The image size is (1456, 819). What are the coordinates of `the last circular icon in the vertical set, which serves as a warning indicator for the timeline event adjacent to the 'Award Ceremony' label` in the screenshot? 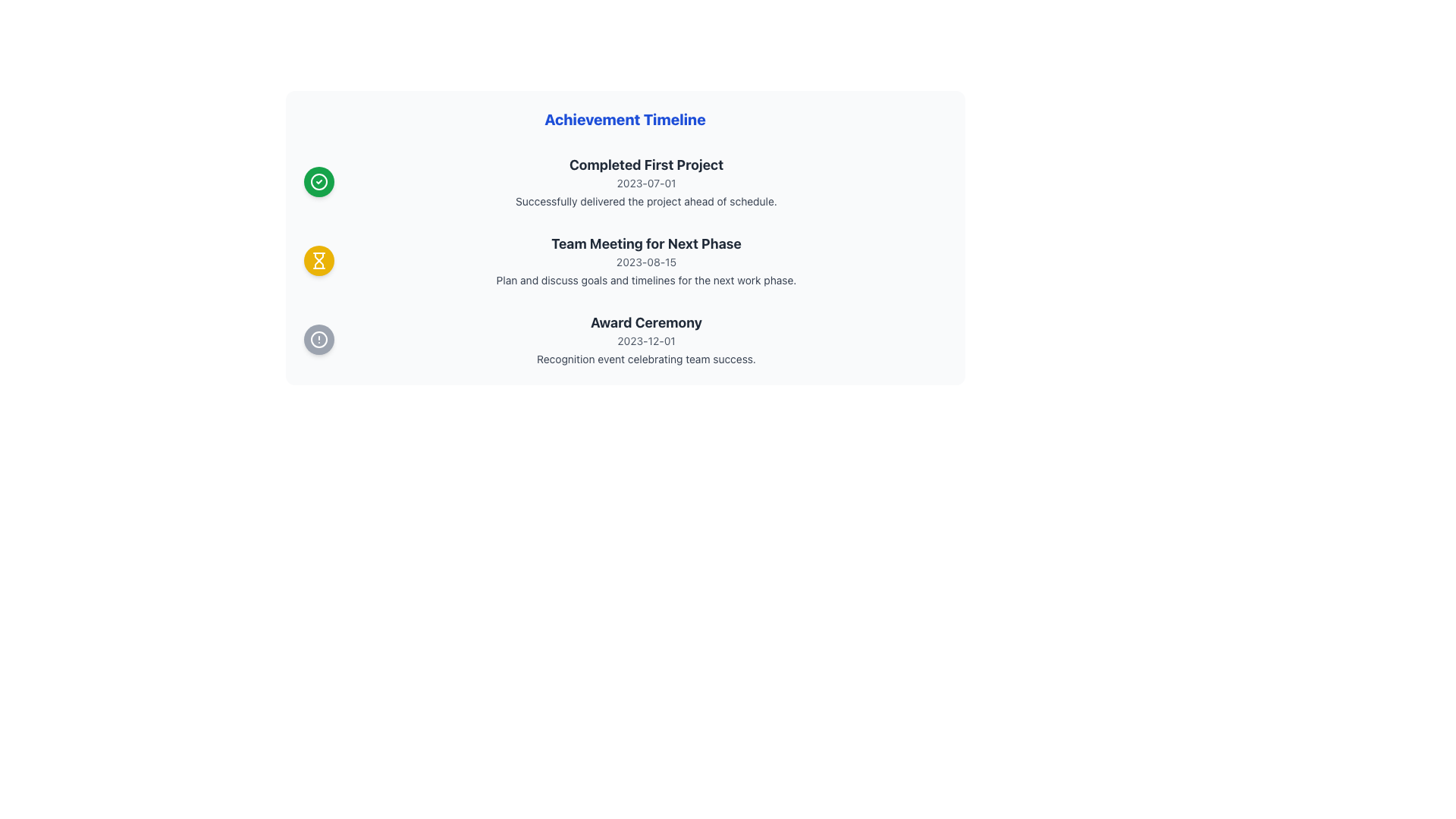 It's located at (318, 338).